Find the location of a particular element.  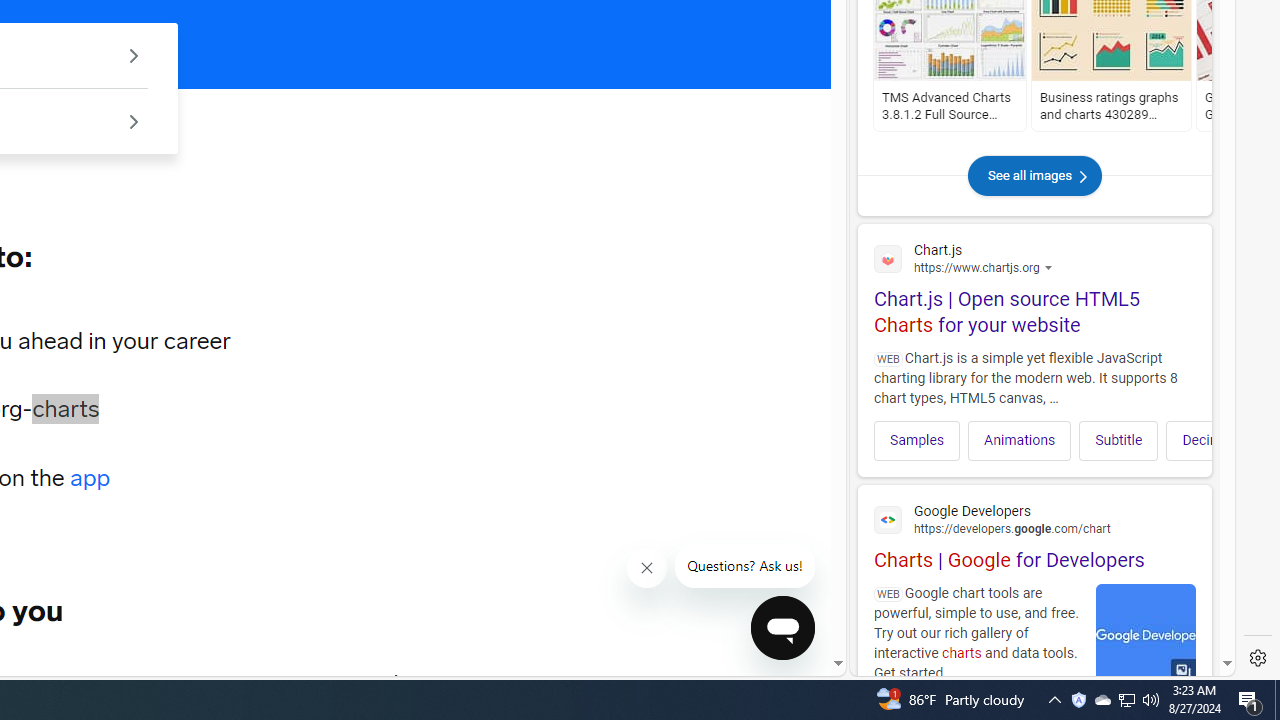

'Charts | Google for Developers' is located at coordinates (1034, 533).